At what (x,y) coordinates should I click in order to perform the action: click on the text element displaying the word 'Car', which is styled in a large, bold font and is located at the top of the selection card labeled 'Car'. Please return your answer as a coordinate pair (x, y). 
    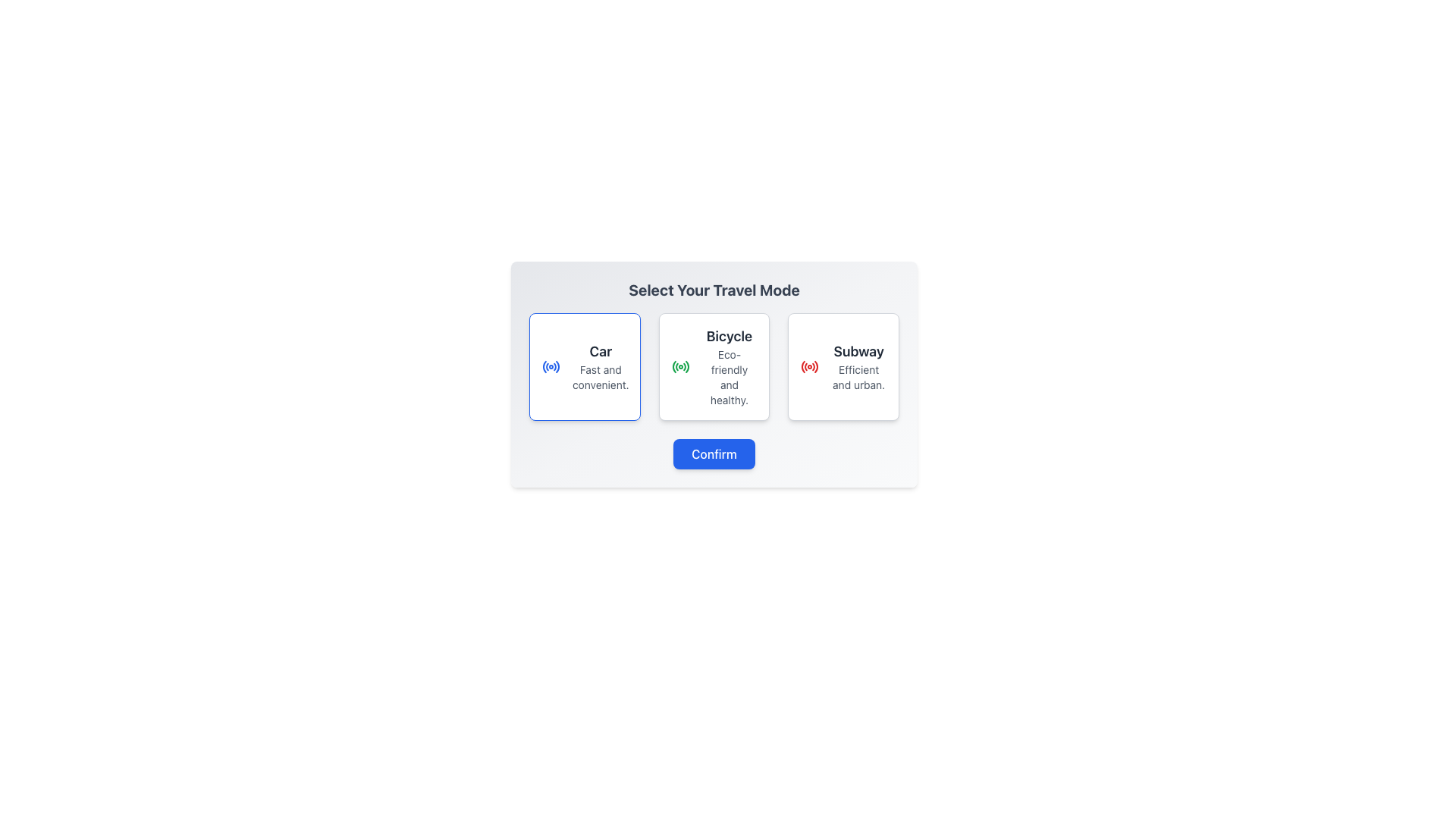
    Looking at the image, I should click on (600, 351).